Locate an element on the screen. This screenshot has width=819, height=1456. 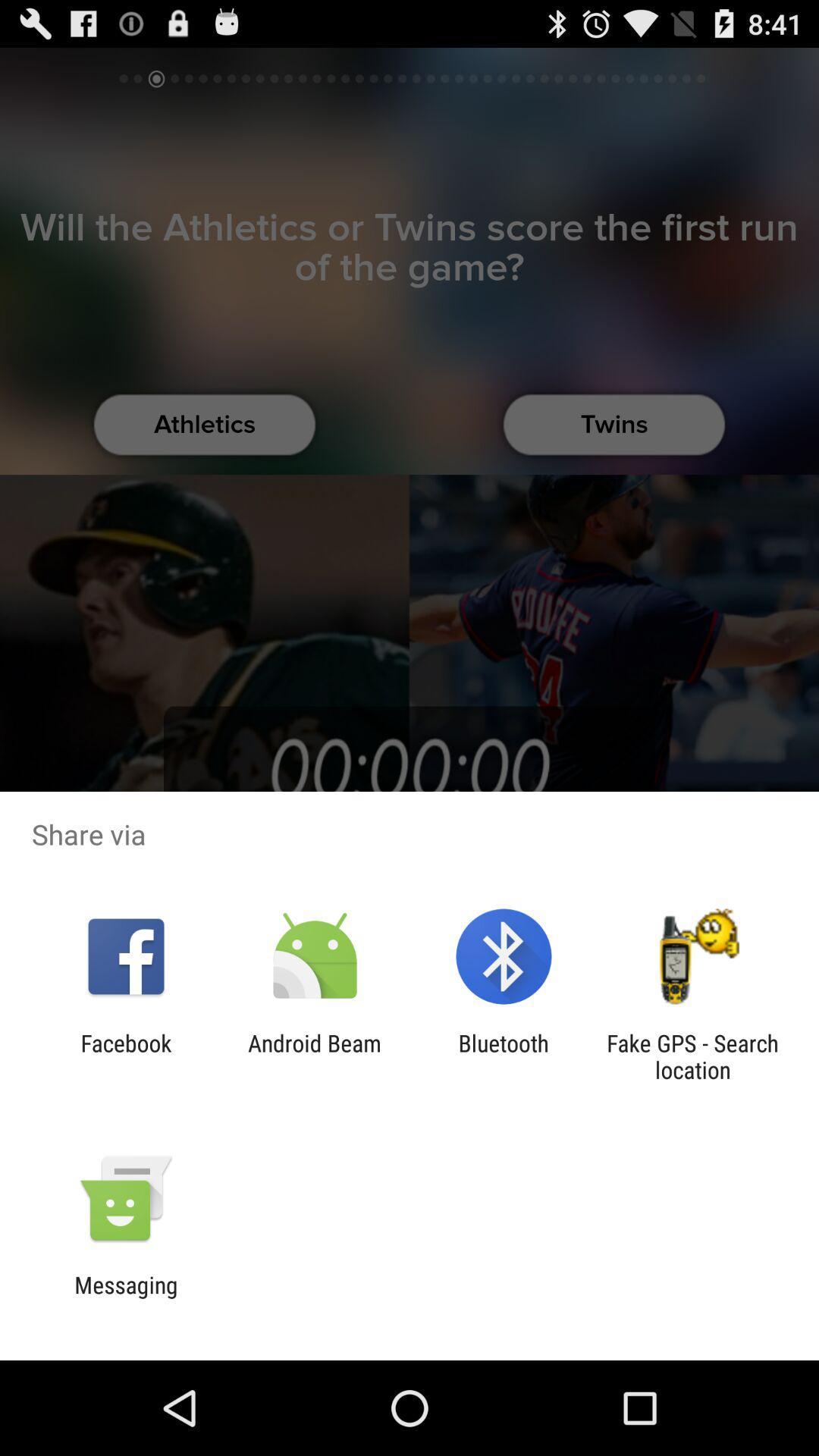
the fake gps search icon is located at coordinates (692, 1056).